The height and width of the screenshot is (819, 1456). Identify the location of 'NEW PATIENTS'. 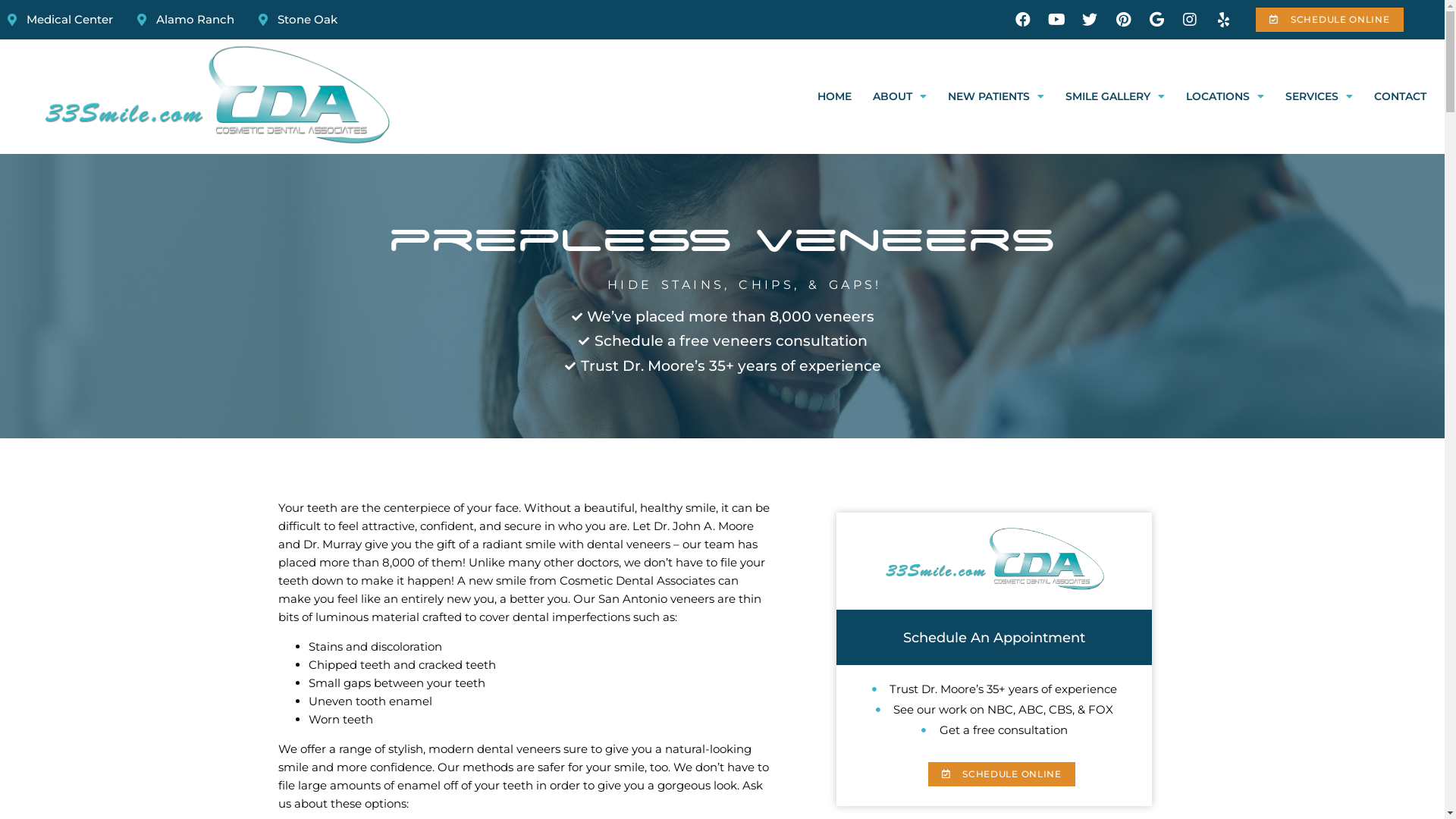
(996, 96).